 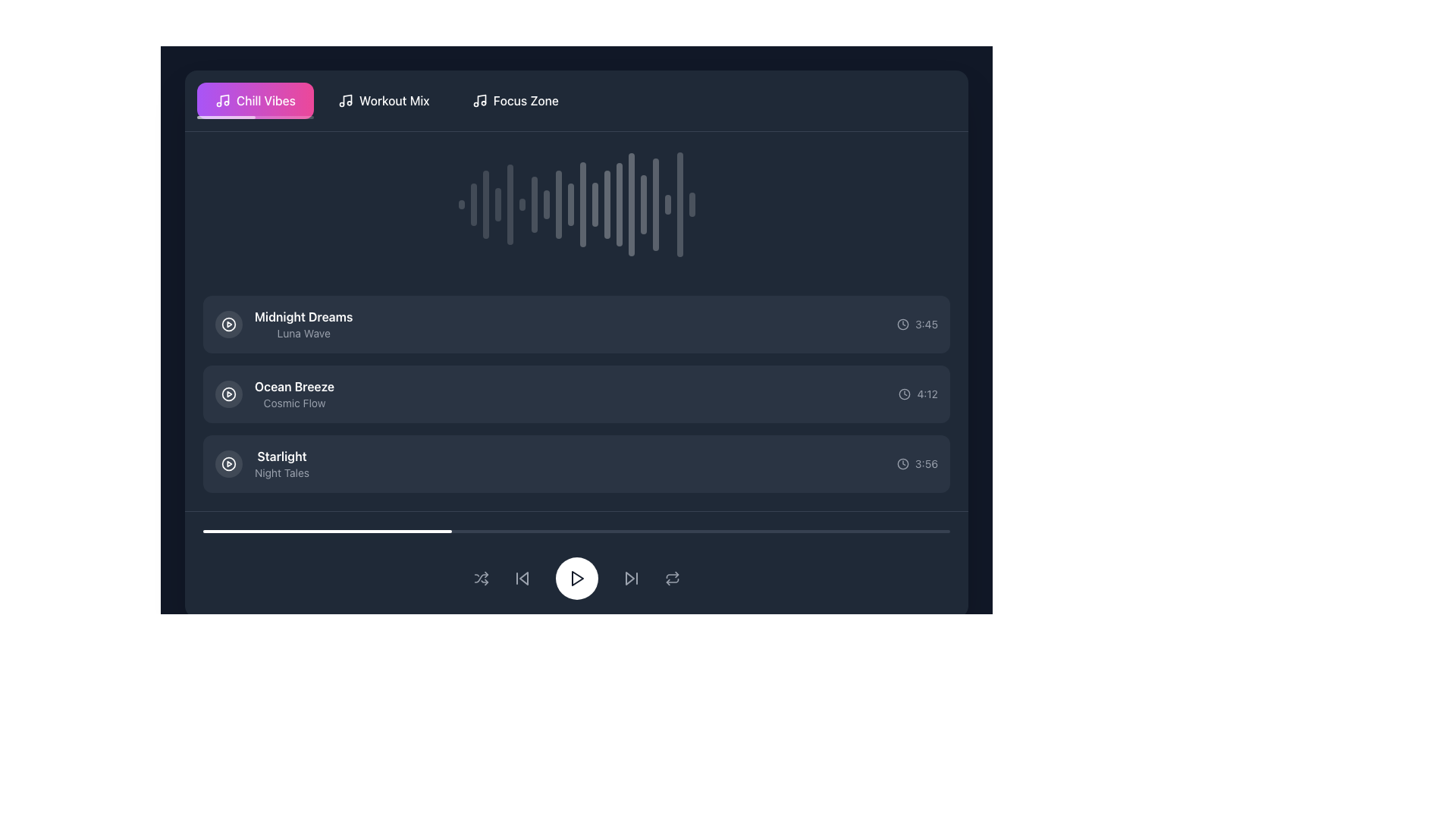 I want to click on the triangular Play icon located at the center of the bottom control panel, so click(x=576, y=579).